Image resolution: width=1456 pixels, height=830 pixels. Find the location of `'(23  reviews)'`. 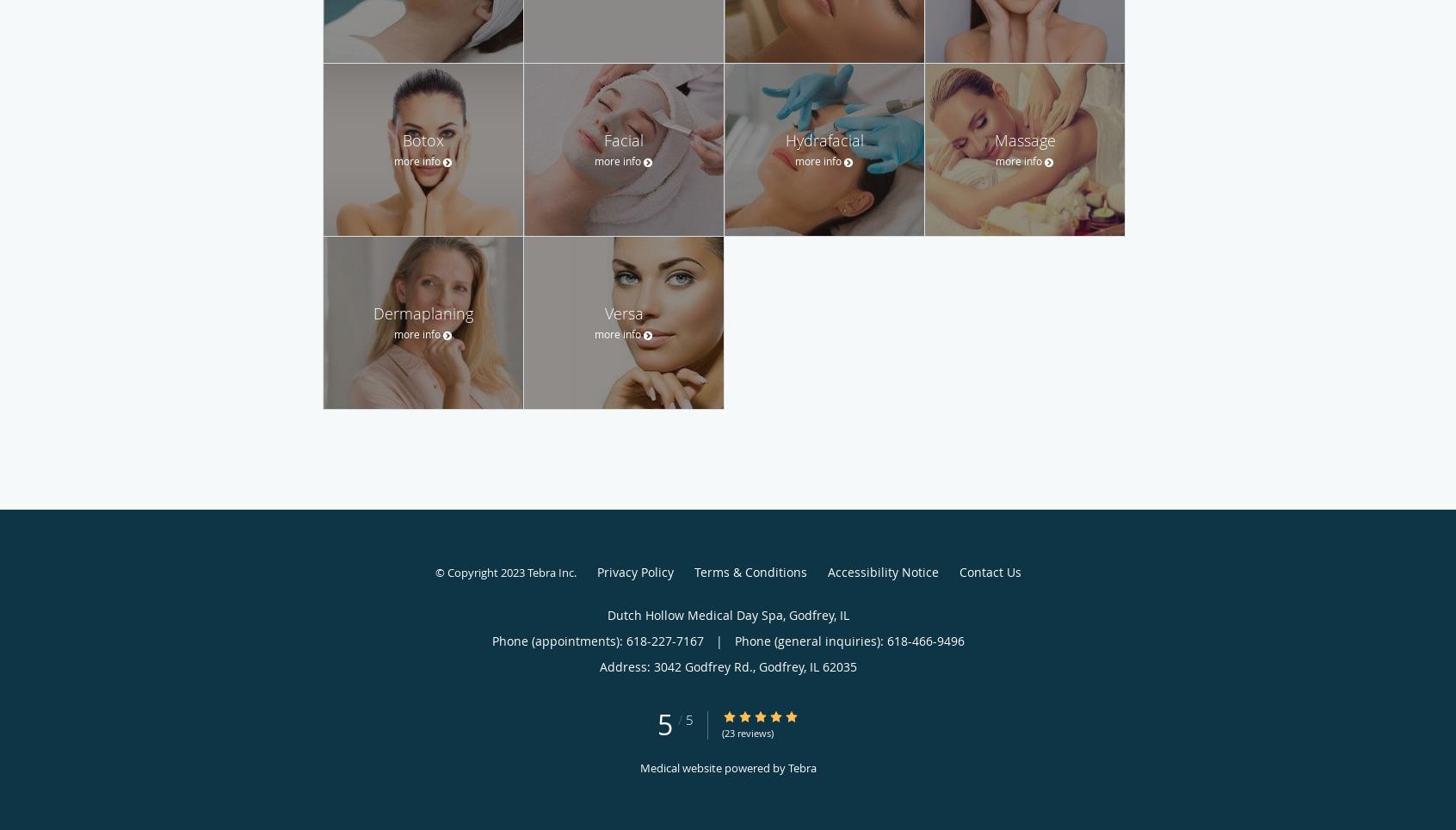

'(23  reviews)' is located at coordinates (745, 733).